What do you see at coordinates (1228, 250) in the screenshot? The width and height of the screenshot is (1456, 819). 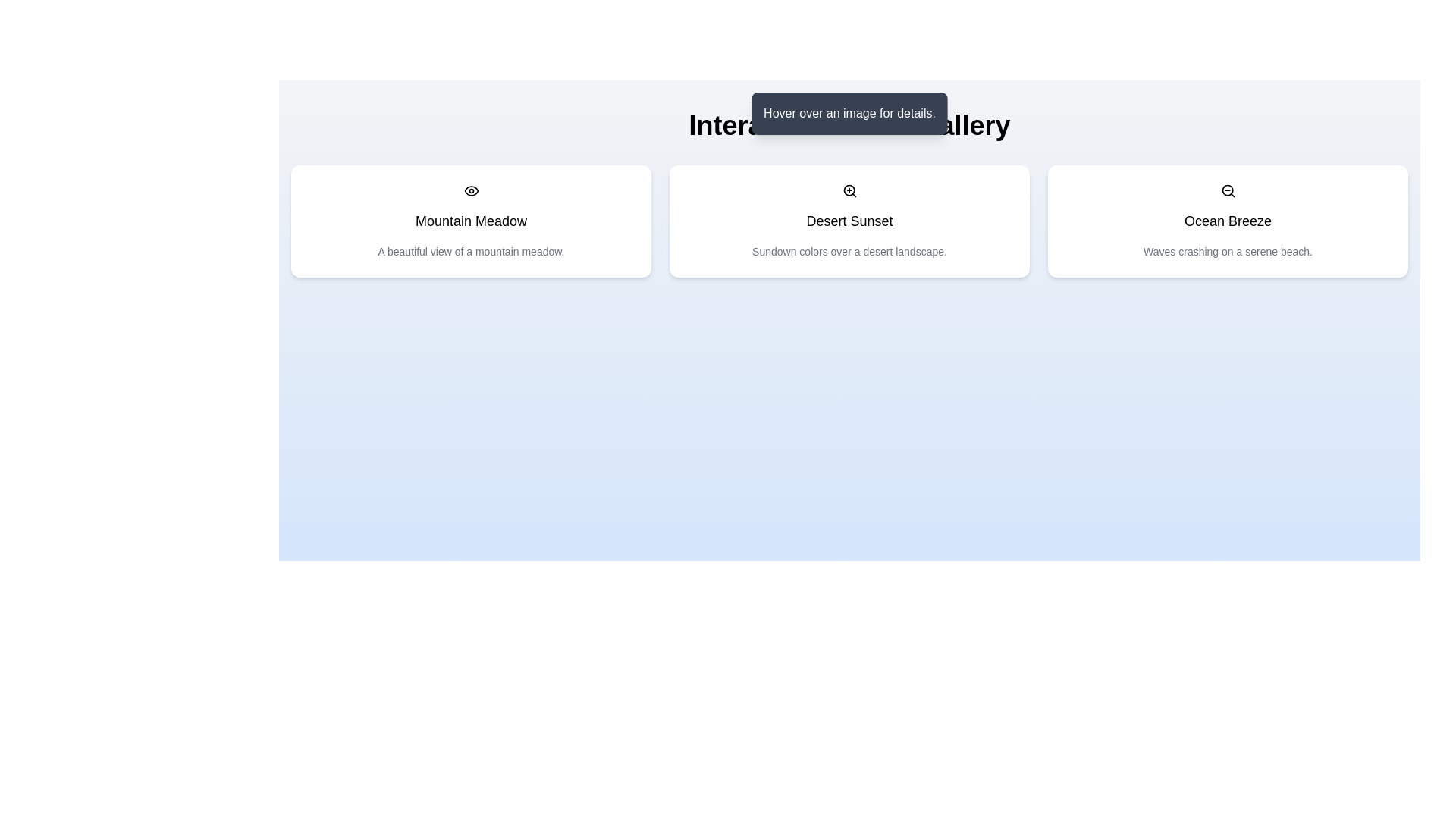 I see `the text label providing a descriptive caption for the card content titled 'Ocean Breeze', located at the bottom of the content area within the rectangular card` at bounding box center [1228, 250].